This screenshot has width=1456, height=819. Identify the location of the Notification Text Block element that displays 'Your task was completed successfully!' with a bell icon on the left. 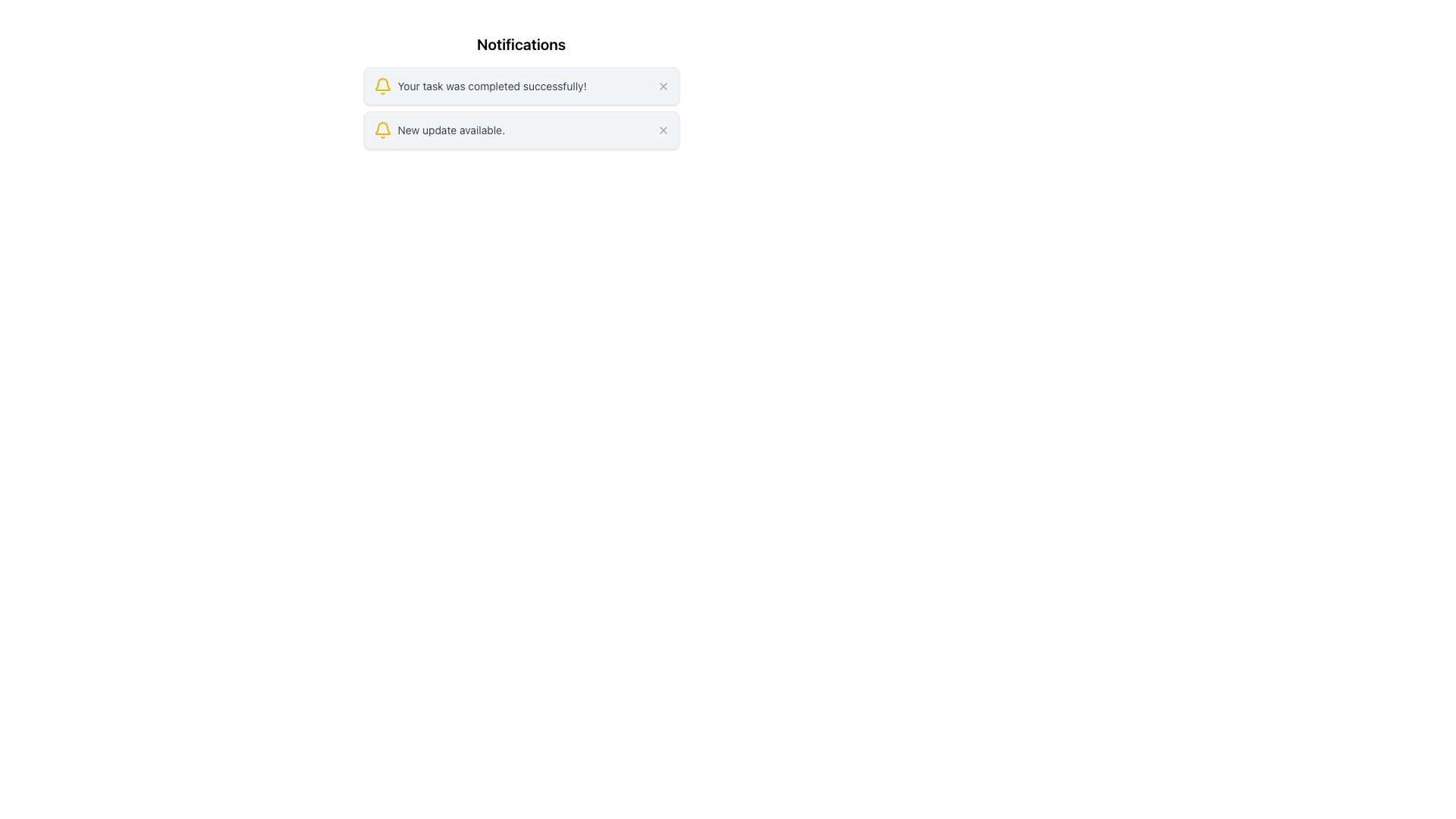
(479, 86).